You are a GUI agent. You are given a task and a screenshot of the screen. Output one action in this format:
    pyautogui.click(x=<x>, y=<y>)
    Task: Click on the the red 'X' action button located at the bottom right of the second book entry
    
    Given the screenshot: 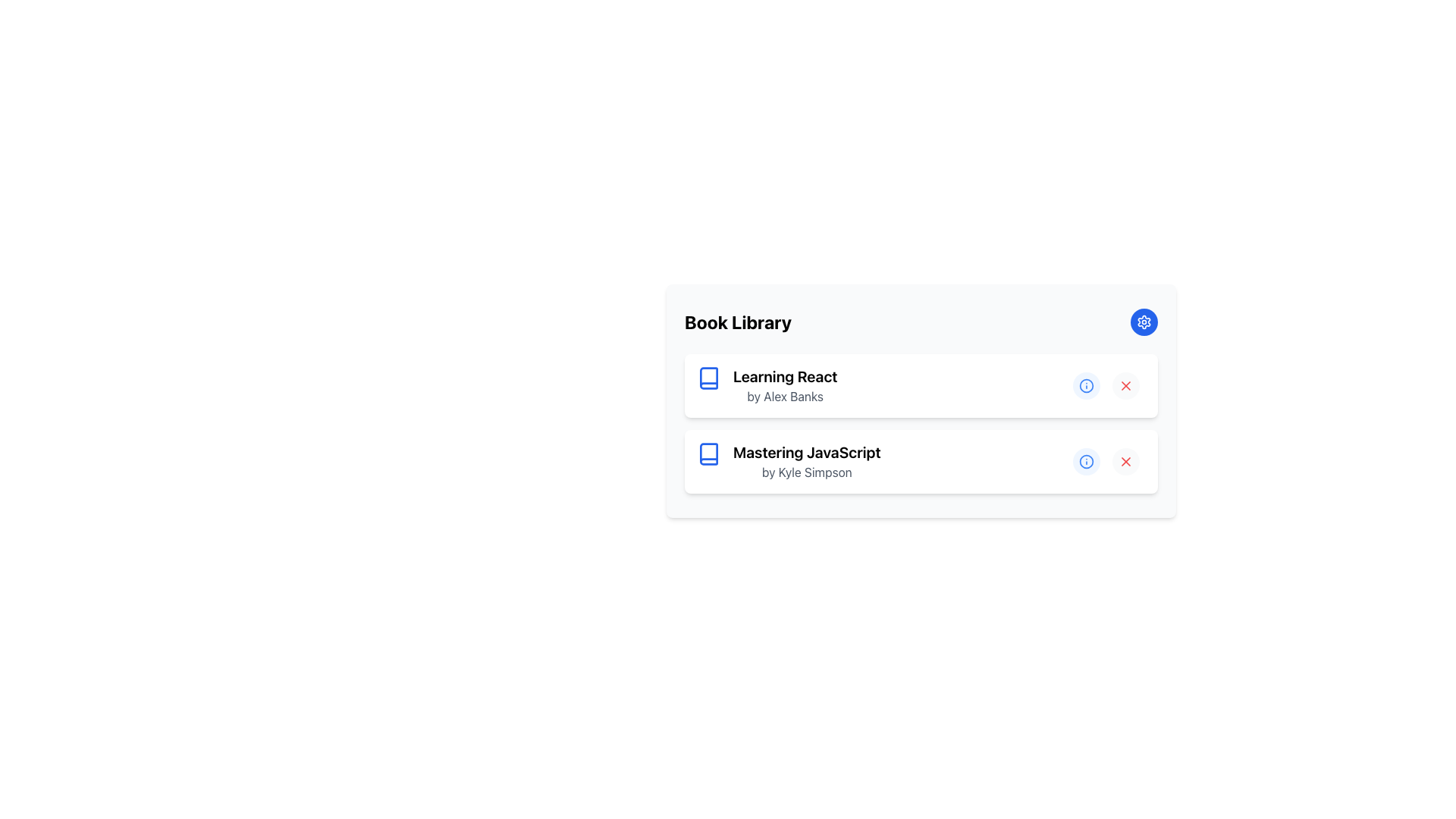 What is the action you would take?
    pyautogui.click(x=1125, y=461)
    